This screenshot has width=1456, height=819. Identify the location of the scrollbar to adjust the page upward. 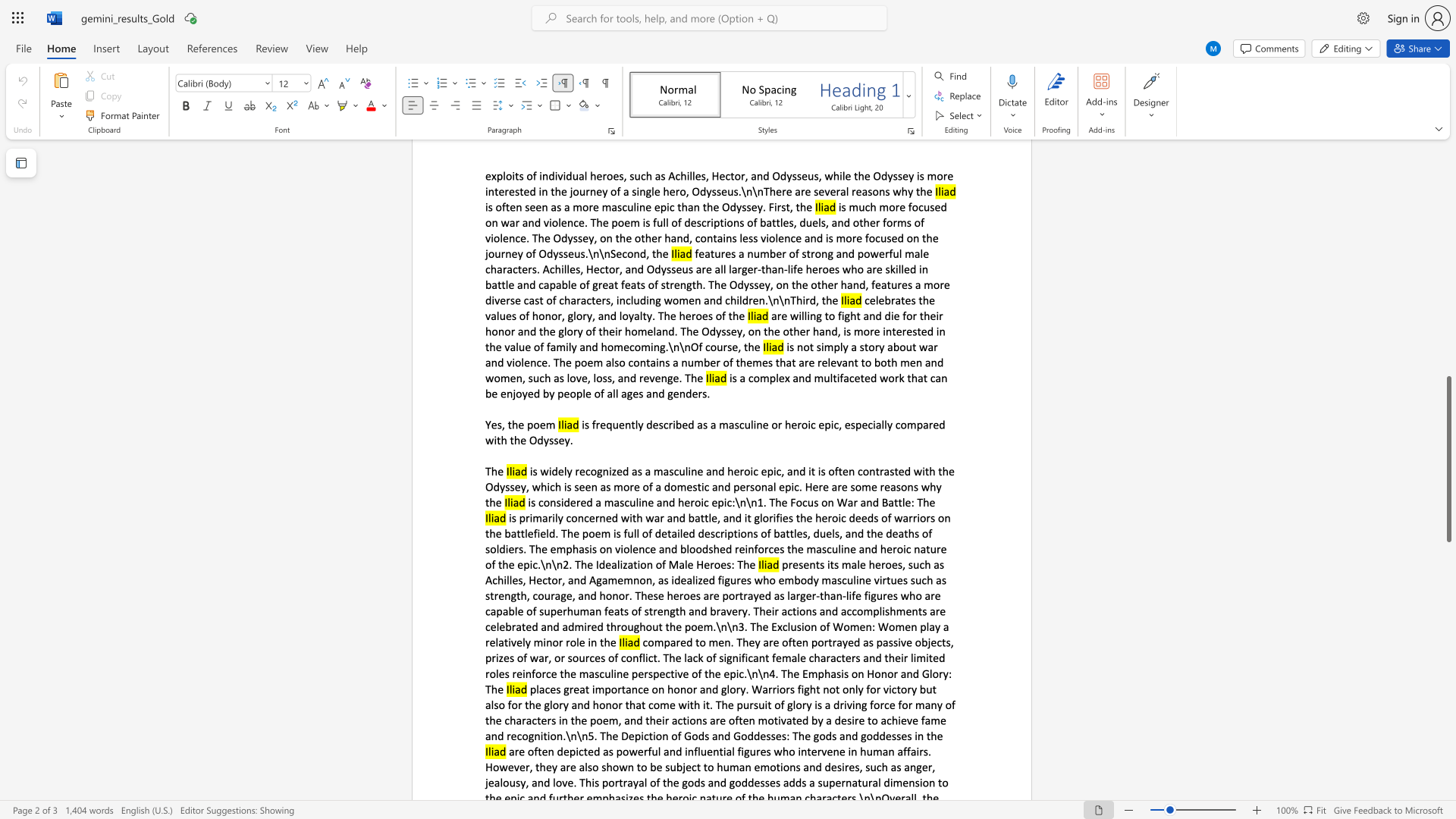
(1448, 227).